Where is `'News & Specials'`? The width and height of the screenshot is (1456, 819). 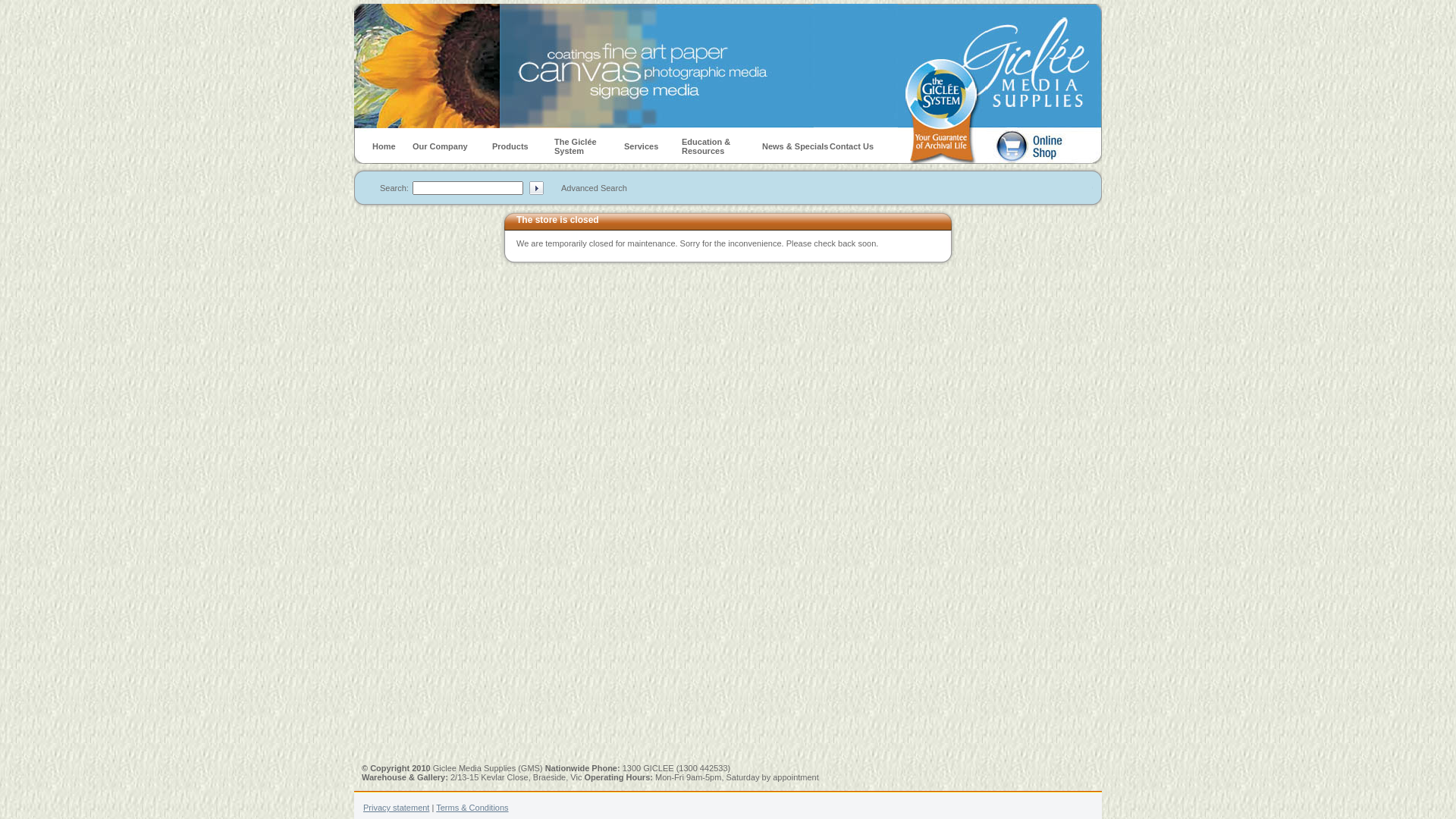
'News & Specials' is located at coordinates (761, 146).